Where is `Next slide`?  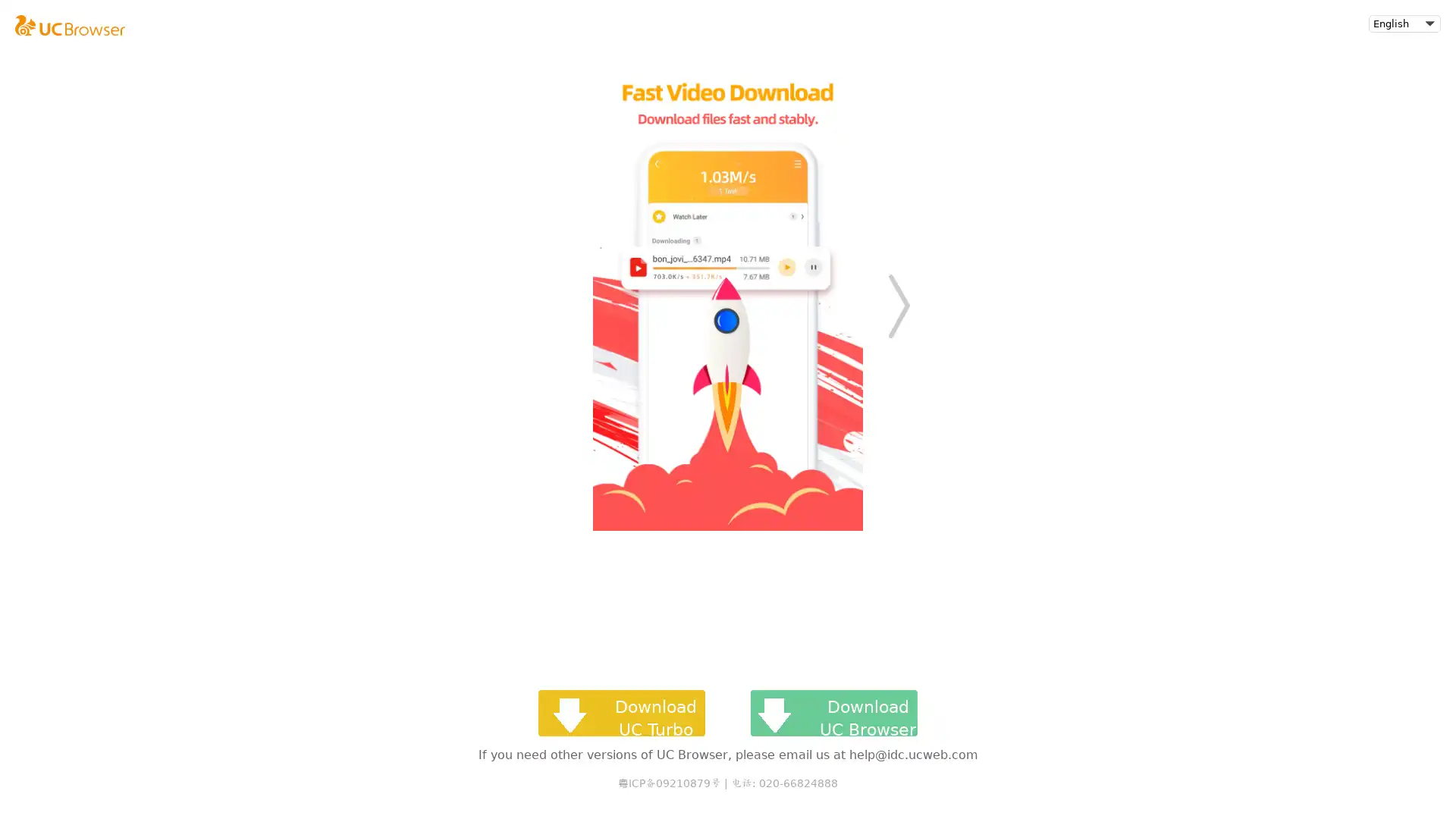 Next slide is located at coordinates (899, 306).